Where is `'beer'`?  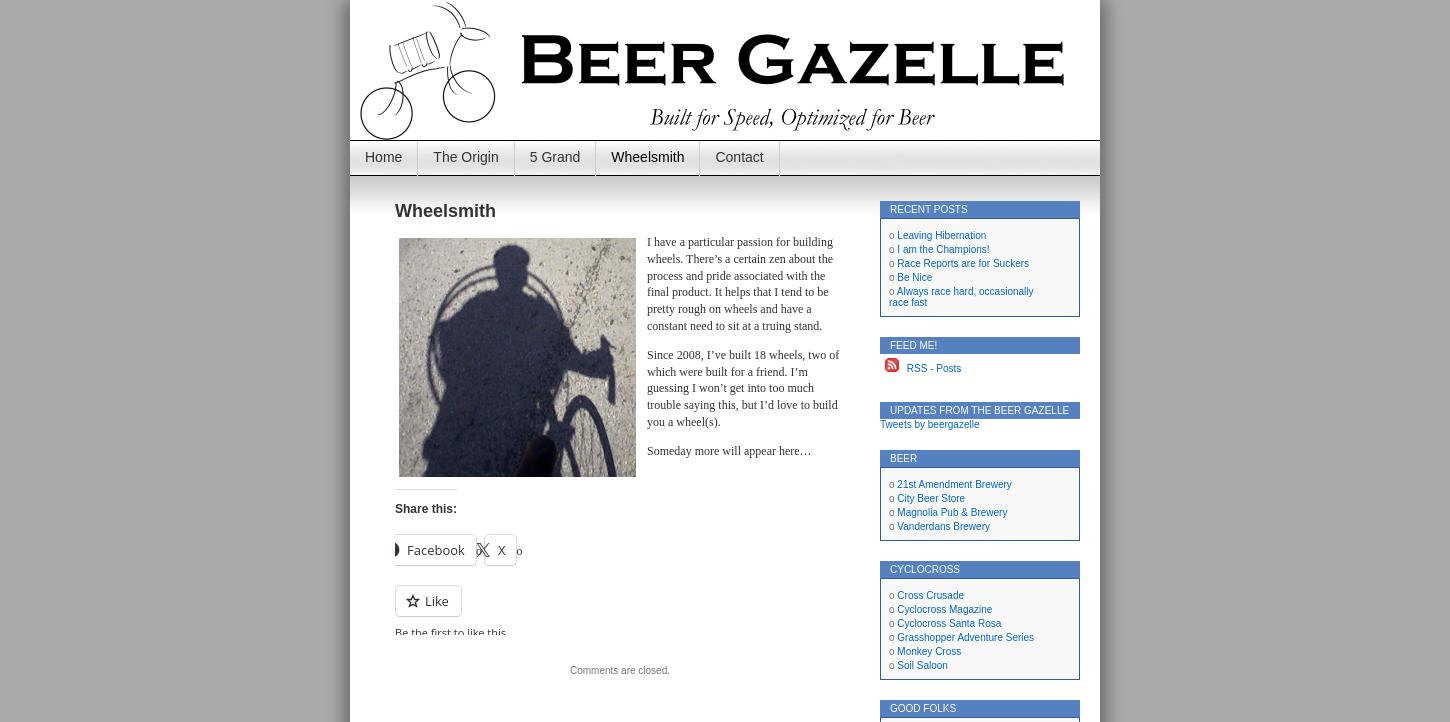 'beer' is located at coordinates (902, 457).